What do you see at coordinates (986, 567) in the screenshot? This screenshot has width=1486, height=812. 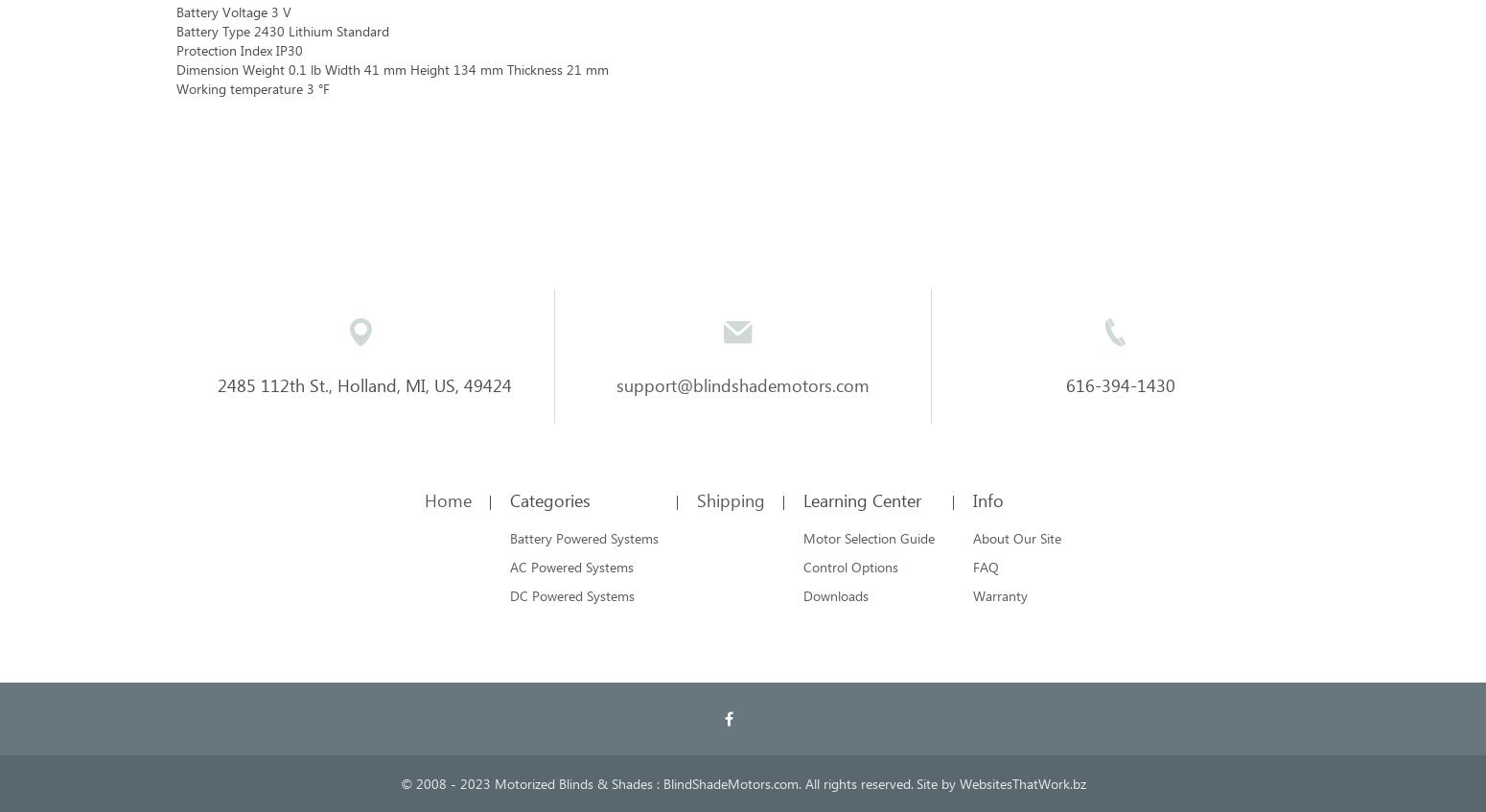 I see `'FAQ'` at bounding box center [986, 567].